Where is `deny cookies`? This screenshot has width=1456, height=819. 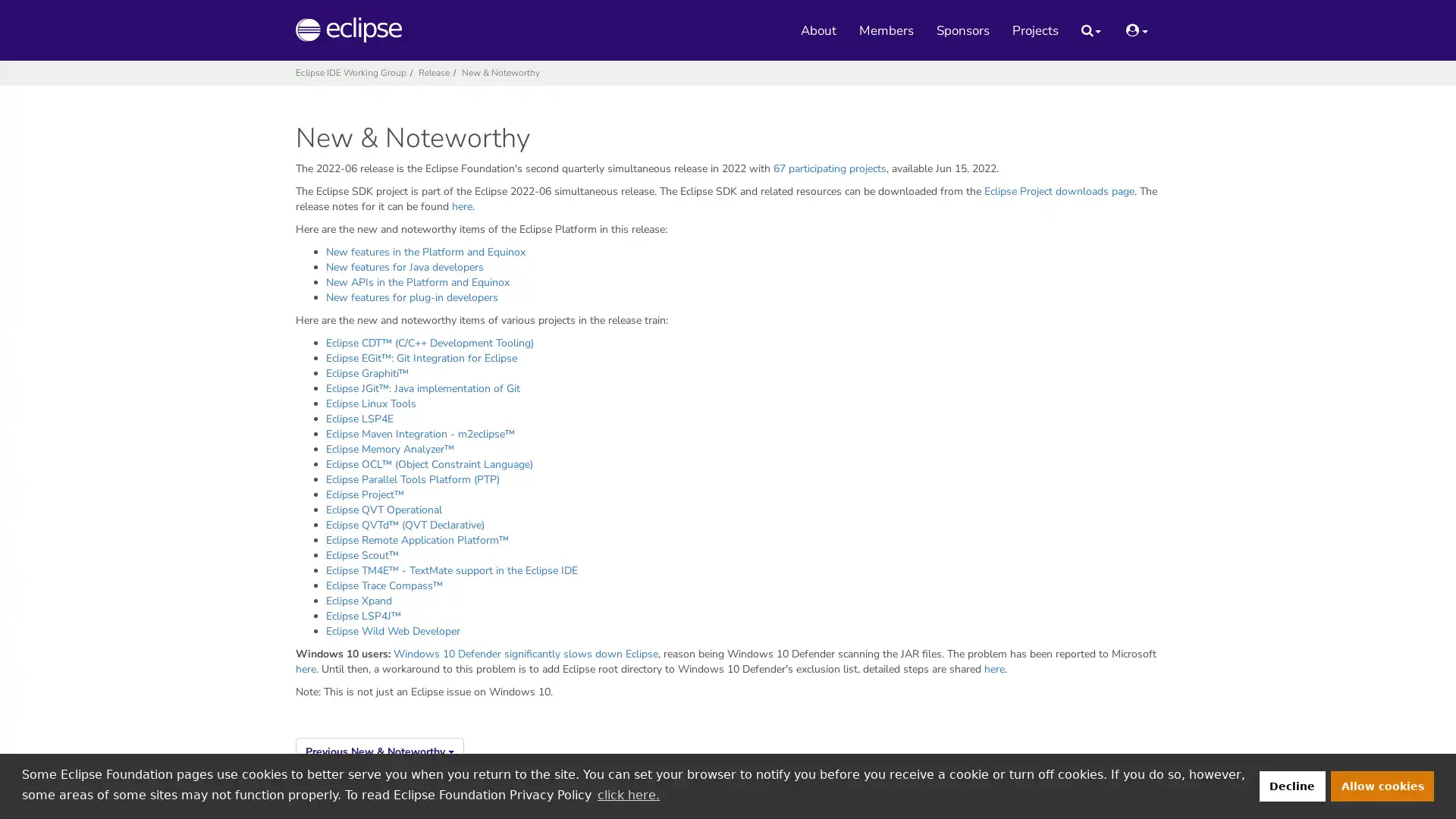 deny cookies is located at coordinates (1291, 785).